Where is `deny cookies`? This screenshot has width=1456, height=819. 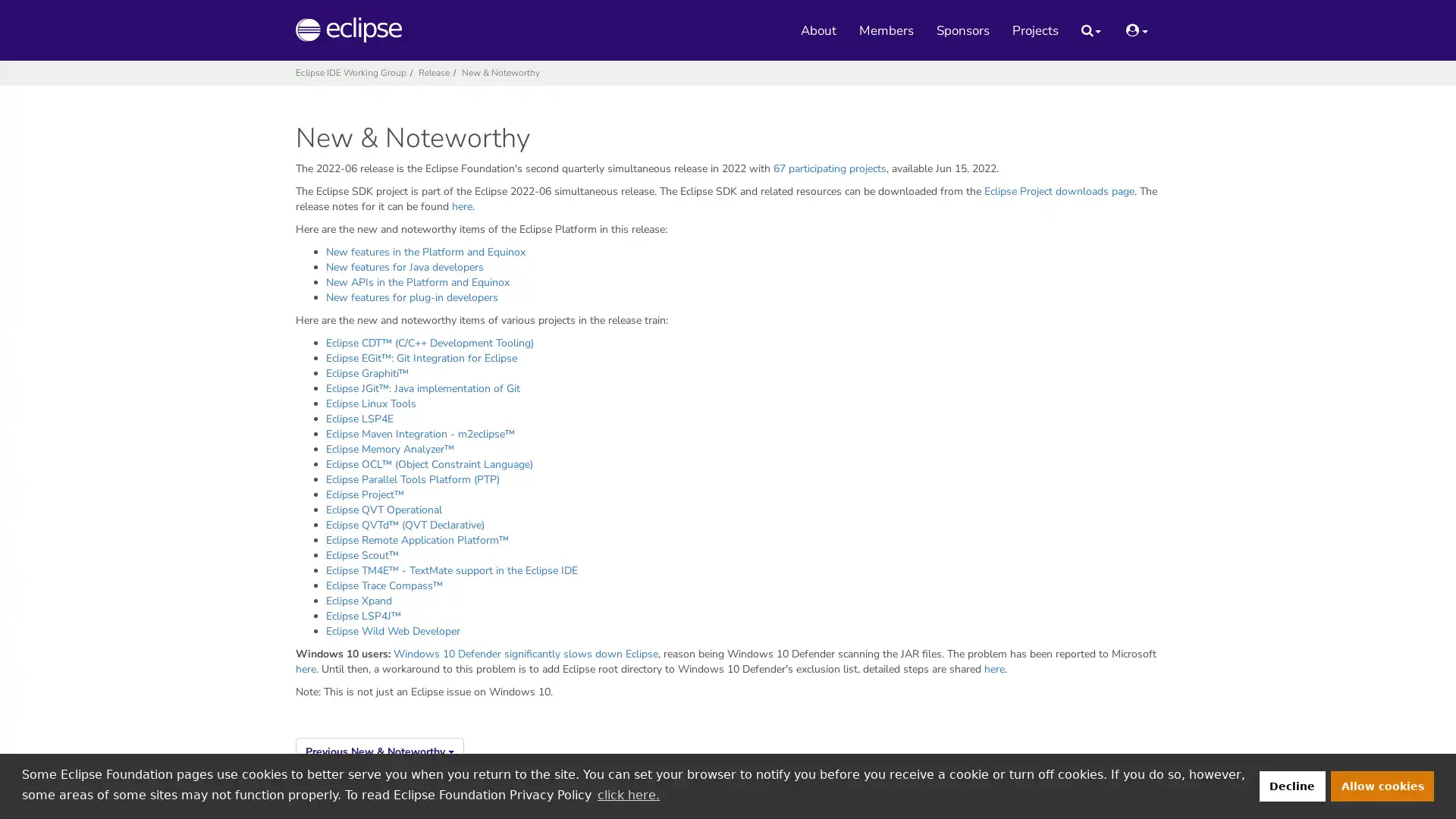 deny cookies is located at coordinates (1291, 785).